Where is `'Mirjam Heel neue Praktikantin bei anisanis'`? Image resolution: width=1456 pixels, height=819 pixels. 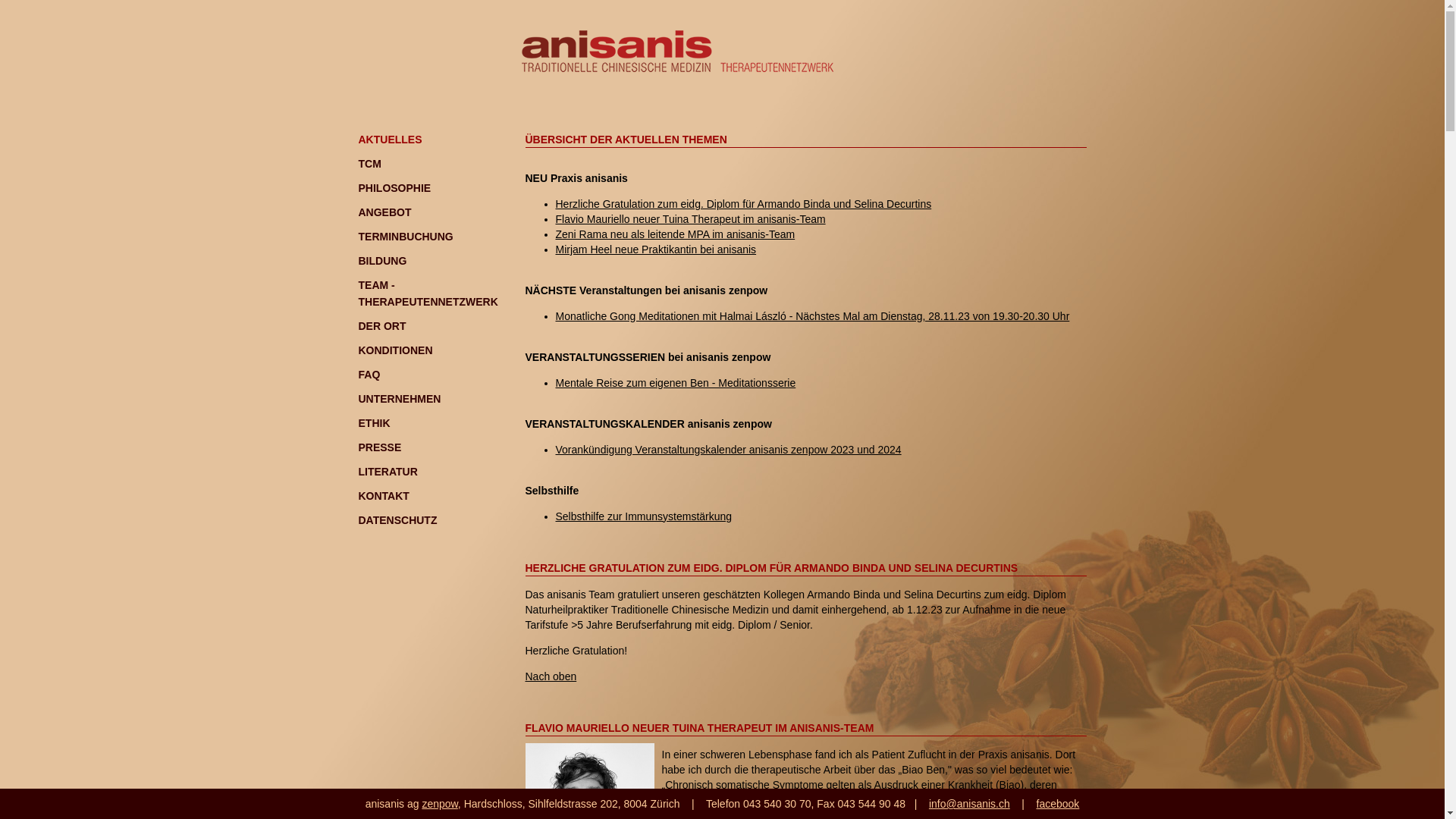
'Mirjam Heel neue Praktikantin bei anisanis' is located at coordinates (655, 248).